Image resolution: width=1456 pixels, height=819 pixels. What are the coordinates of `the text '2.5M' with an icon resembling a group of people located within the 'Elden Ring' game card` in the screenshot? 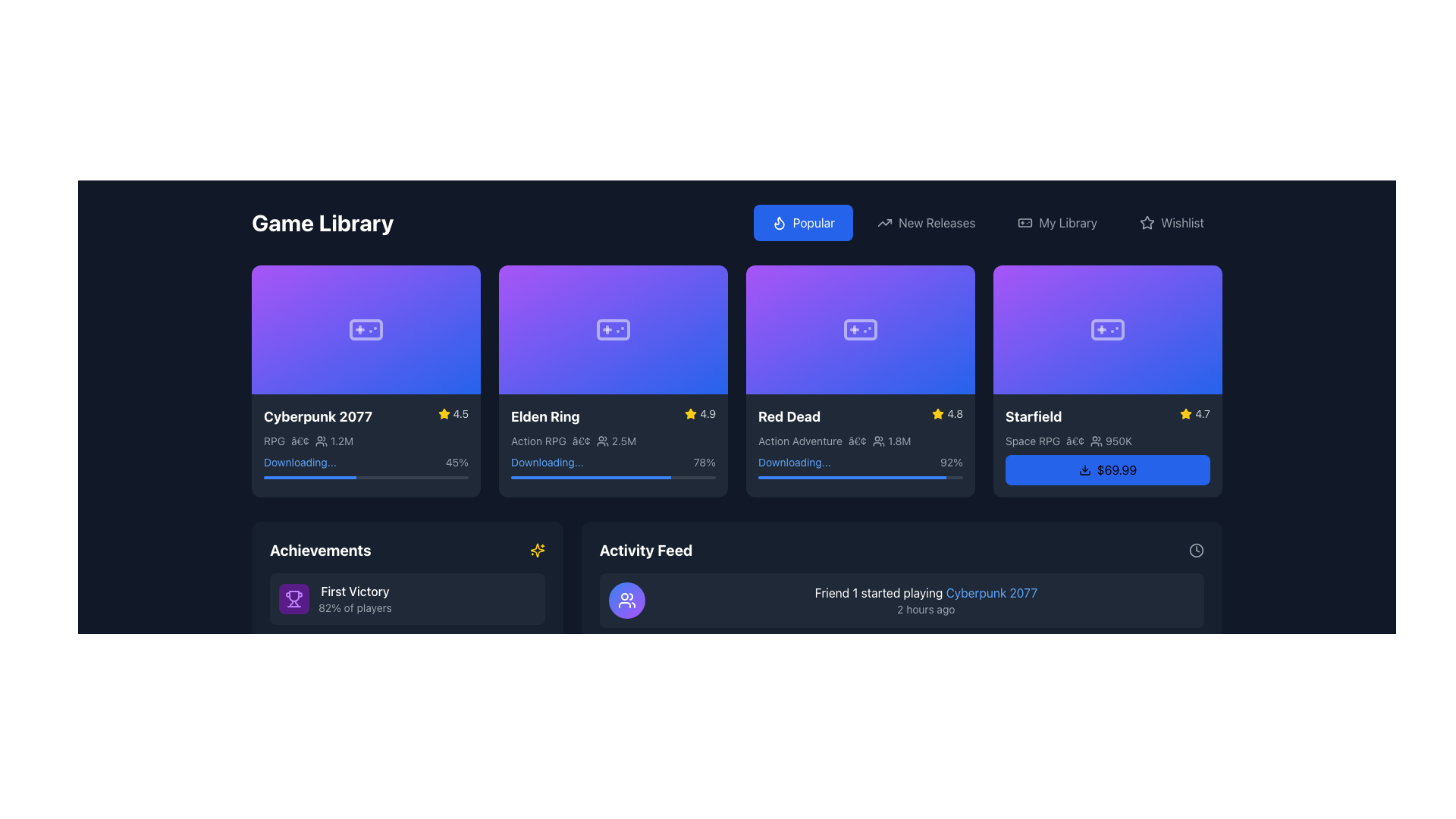 It's located at (617, 441).